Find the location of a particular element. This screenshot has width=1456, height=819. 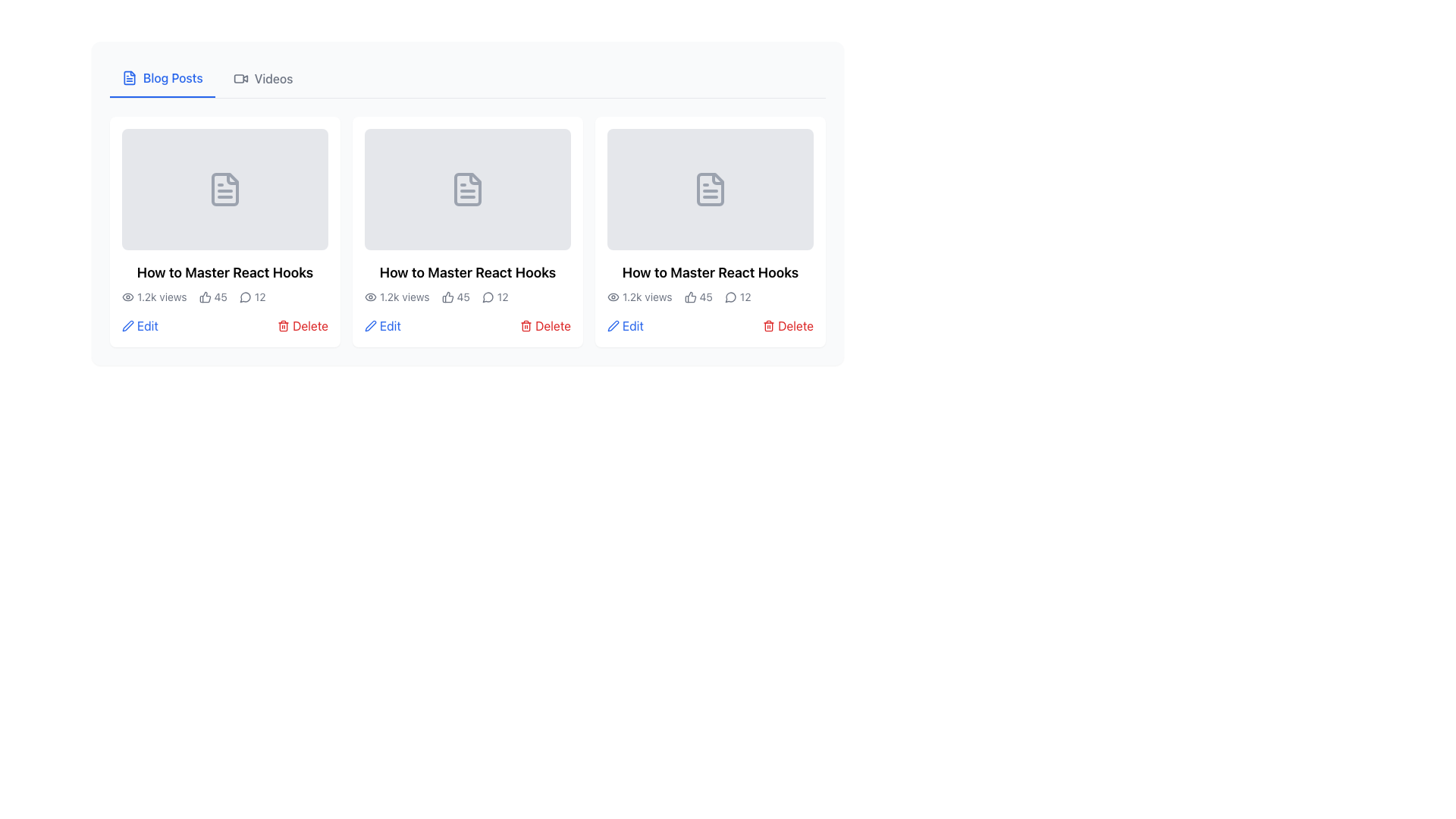

the image placeholder that has a light gray background and a document icon with a folded corner, located at the top-left position in a grid layout is located at coordinates (224, 189).